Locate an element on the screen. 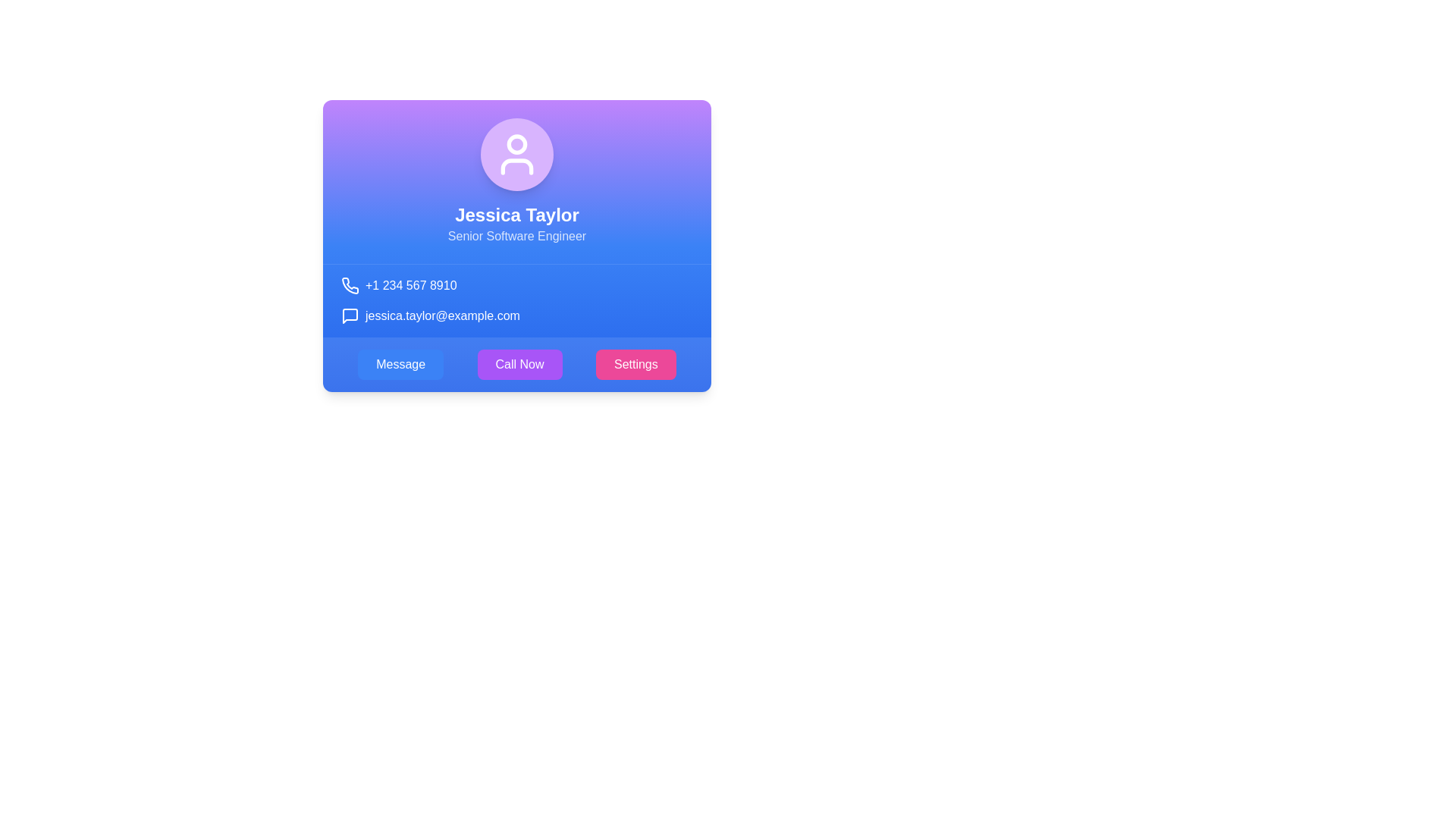 The image size is (1456, 819). the email address 'jessica.taylor@example.com' with a message square icon, which is located below the phone number in the blue section of the contact card interface is located at coordinates (516, 315).